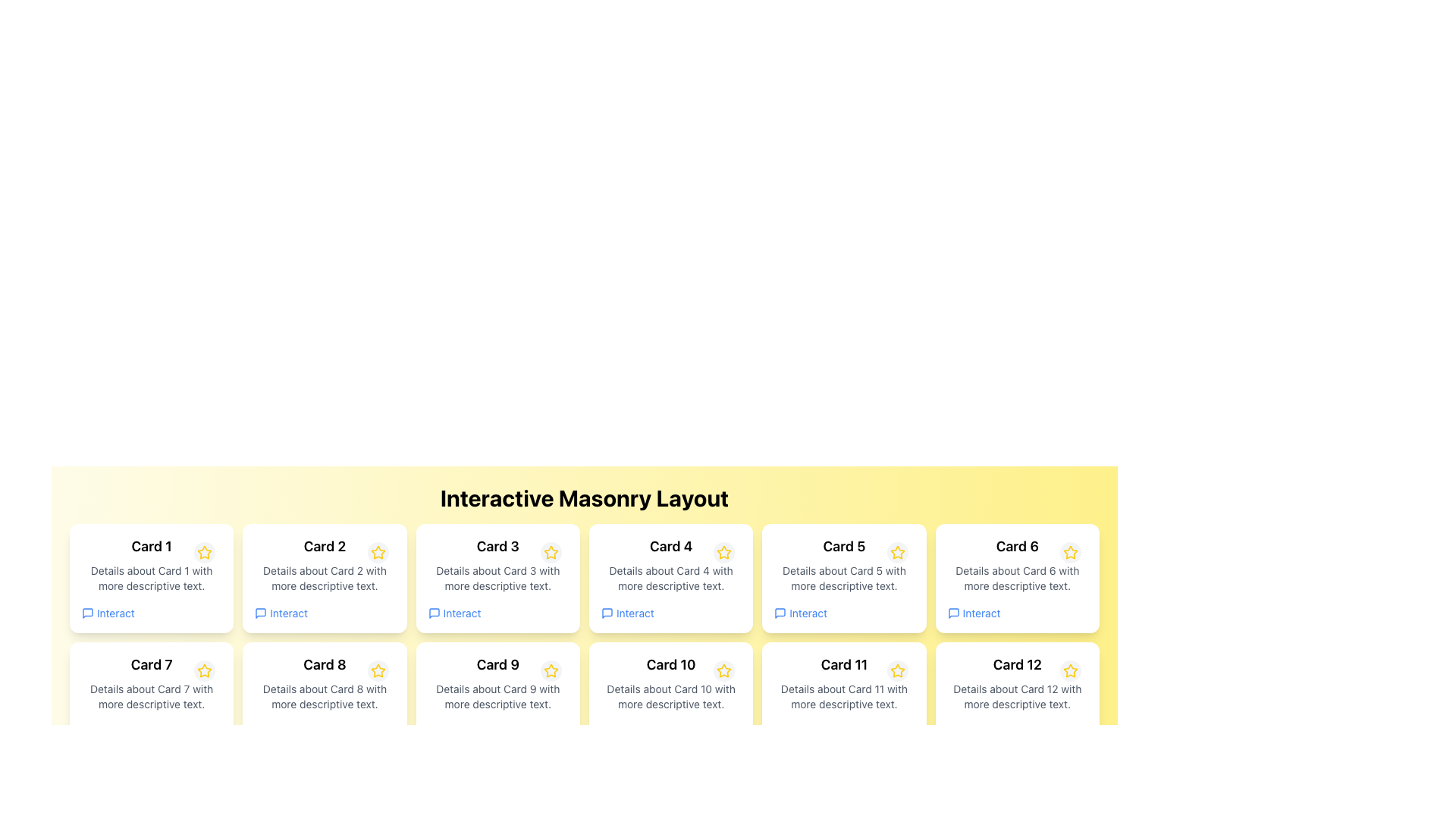 The width and height of the screenshot is (1456, 819). What do you see at coordinates (497, 547) in the screenshot?
I see `the static text label displaying 'Card 3' located at the top of the card layout in the first row, third column` at bounding box center [497, 547].